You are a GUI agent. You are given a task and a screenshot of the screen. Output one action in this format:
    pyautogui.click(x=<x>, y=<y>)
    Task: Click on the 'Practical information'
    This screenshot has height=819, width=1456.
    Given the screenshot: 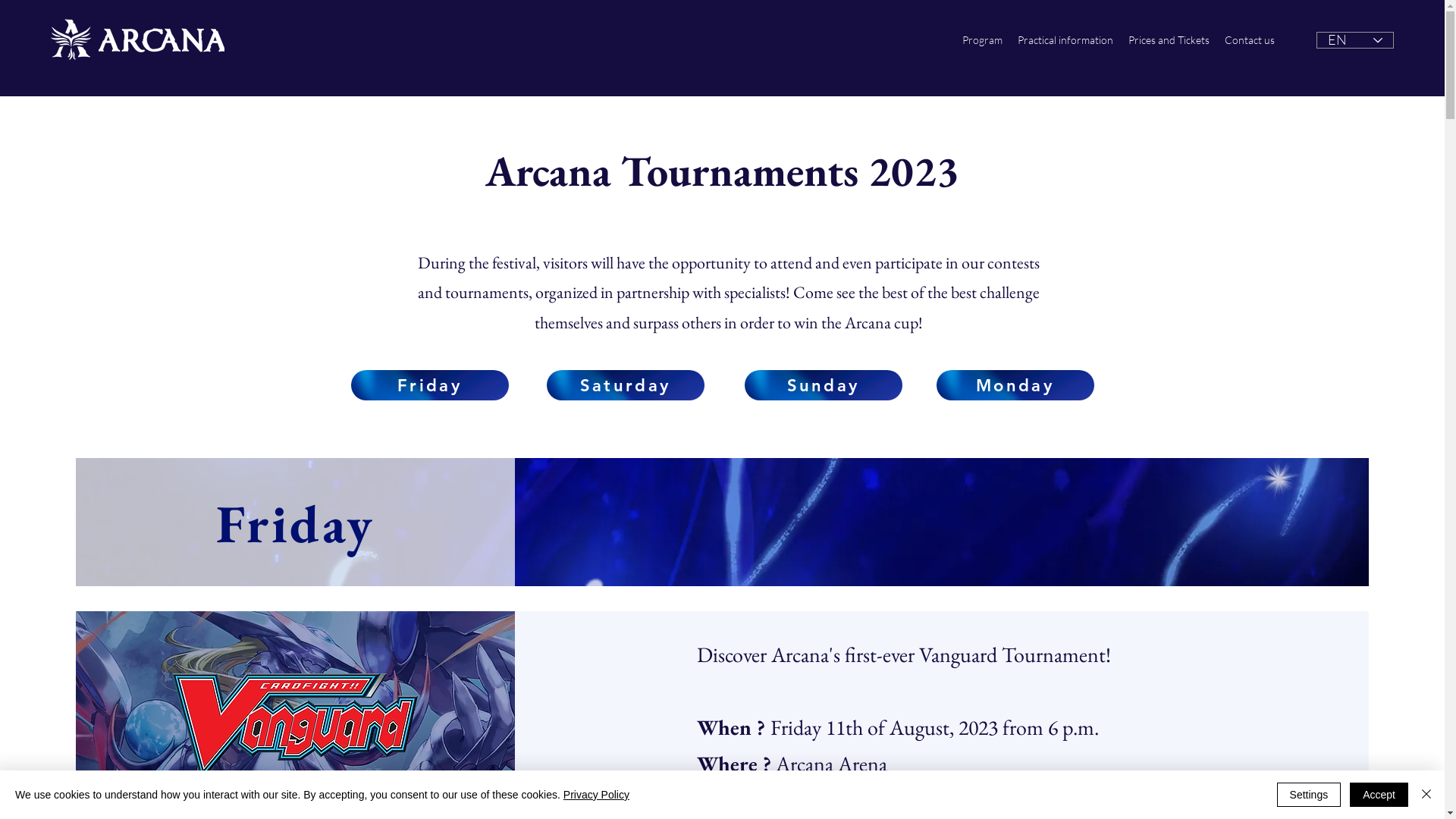 What is the action you would take?
    pyautogui.click(x=1065, y=39)
    